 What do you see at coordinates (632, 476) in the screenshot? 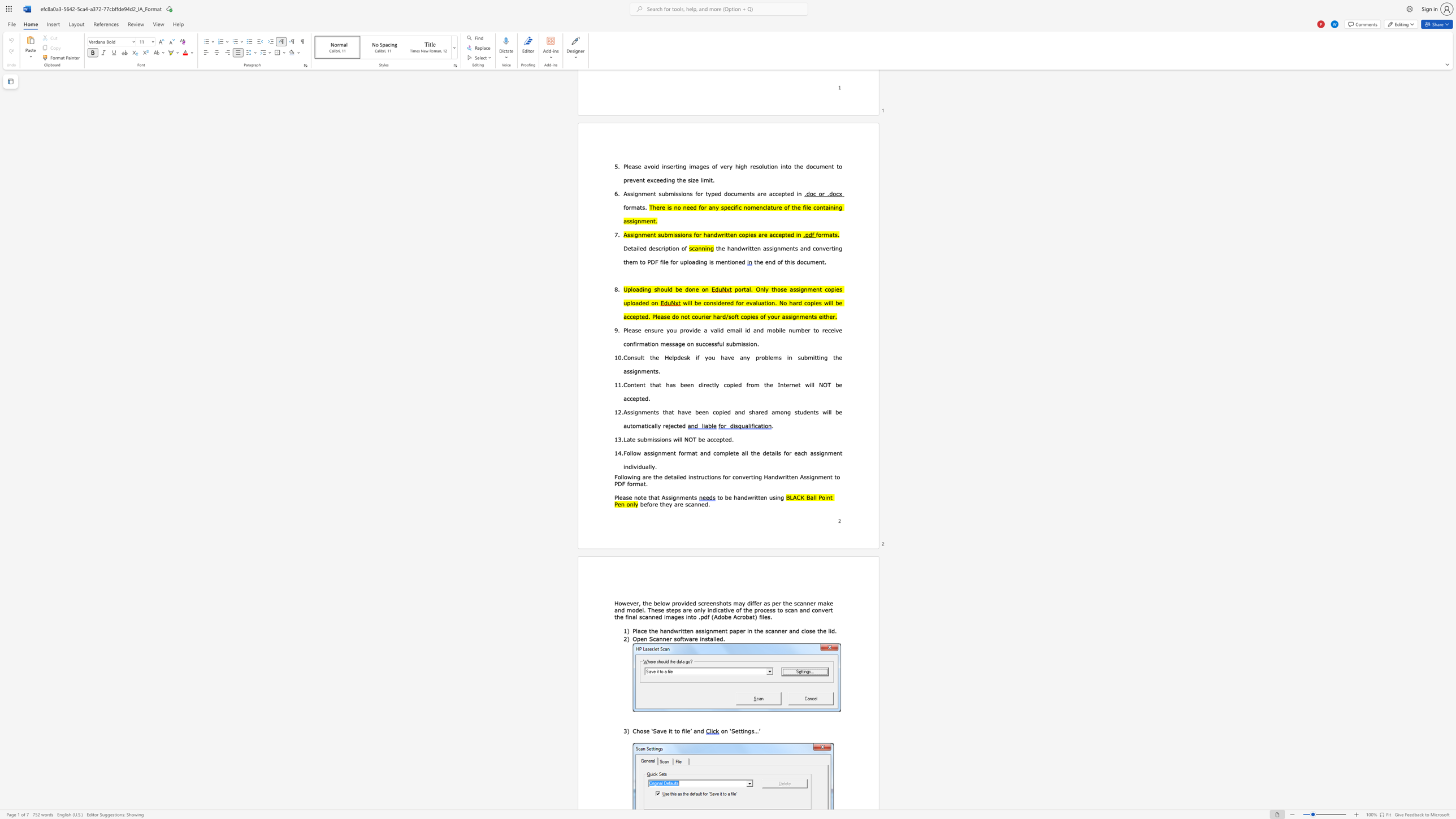
I see `the subset text "ing are th" within the text "Following are the"` at bounding box center [632, 476].